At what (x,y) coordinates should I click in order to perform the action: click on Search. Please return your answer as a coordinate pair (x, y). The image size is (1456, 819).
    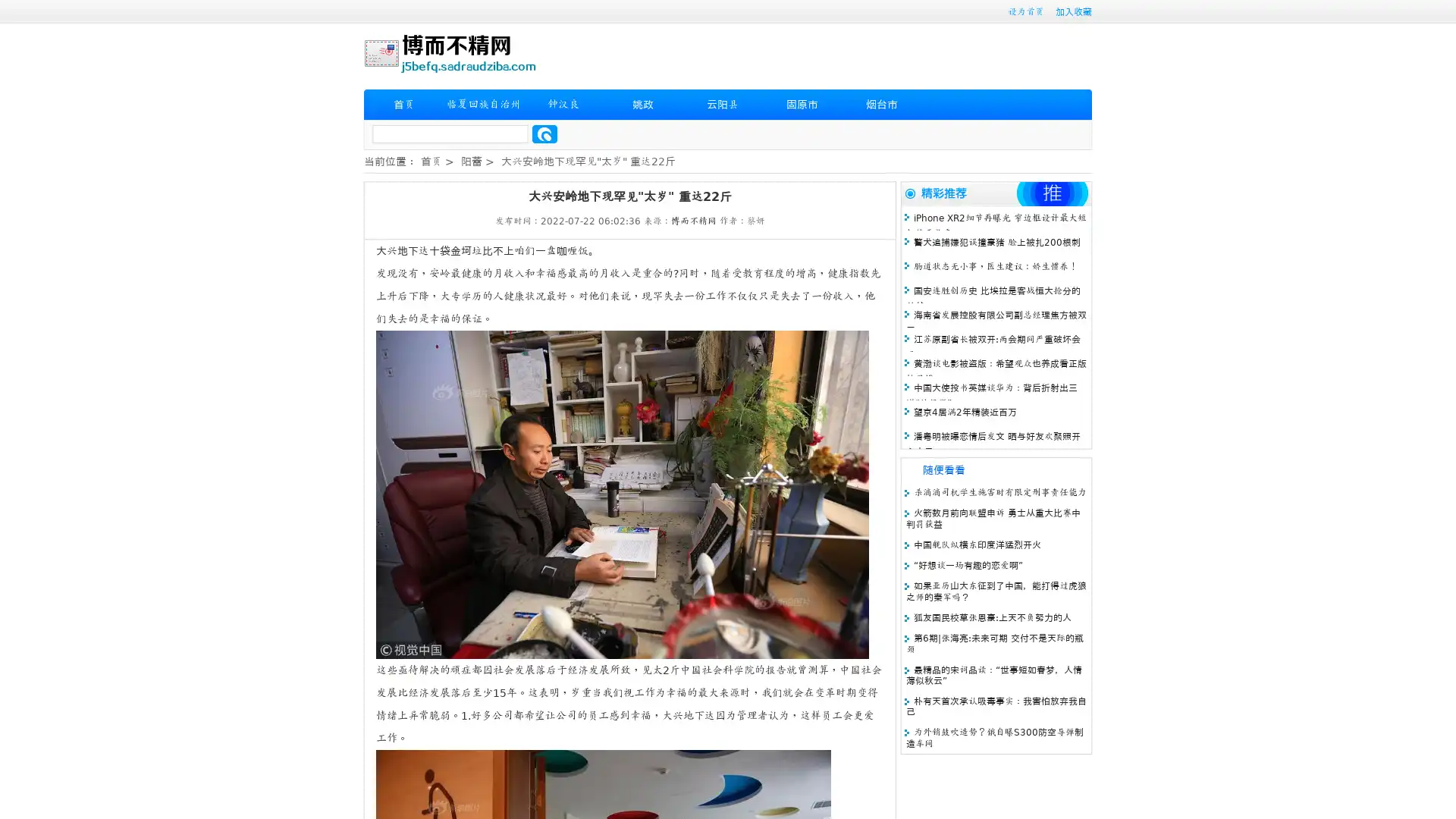
    Looking at the image, I should click on (544, 133).